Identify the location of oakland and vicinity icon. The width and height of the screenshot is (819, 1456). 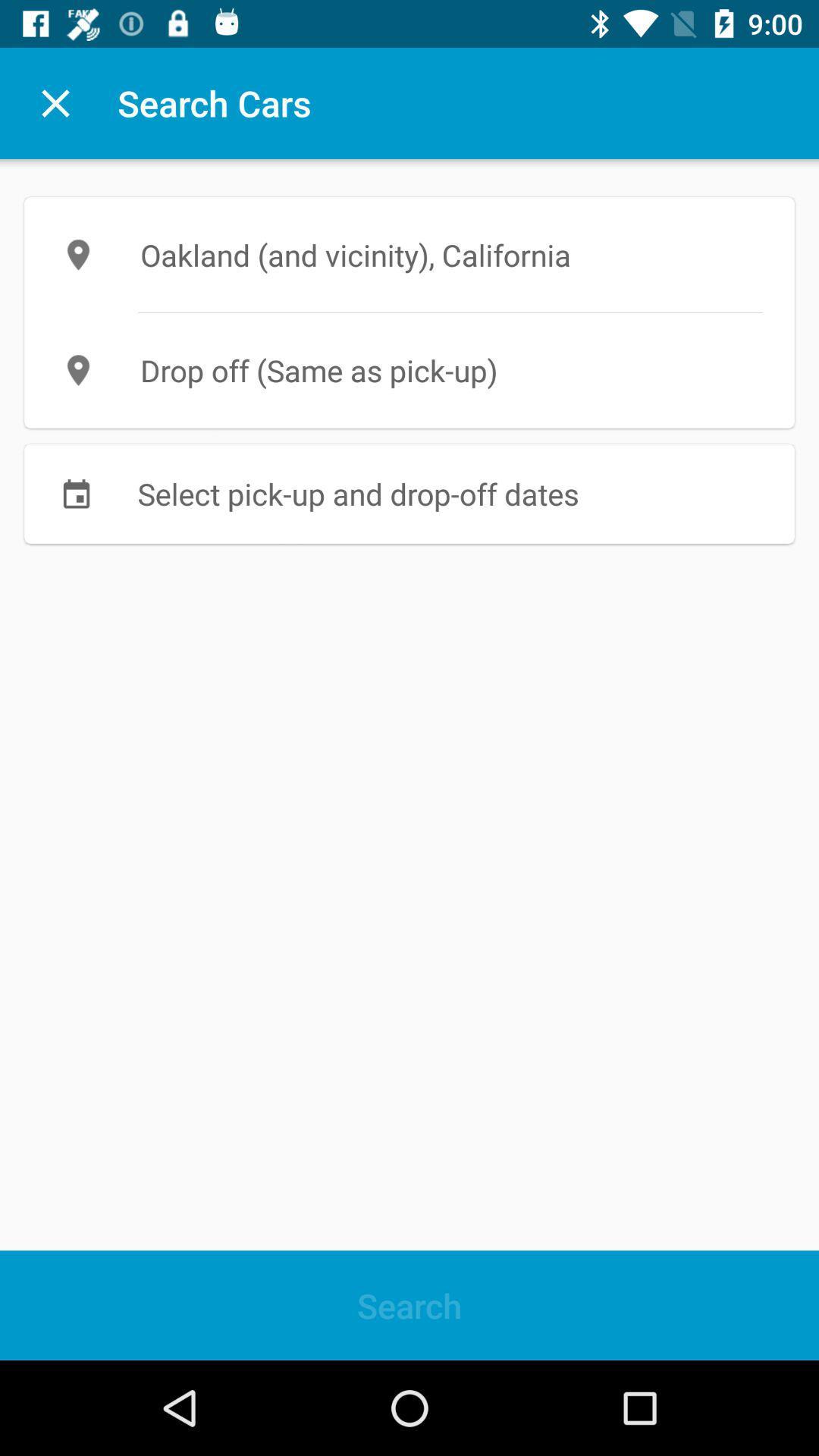
(409, 255).